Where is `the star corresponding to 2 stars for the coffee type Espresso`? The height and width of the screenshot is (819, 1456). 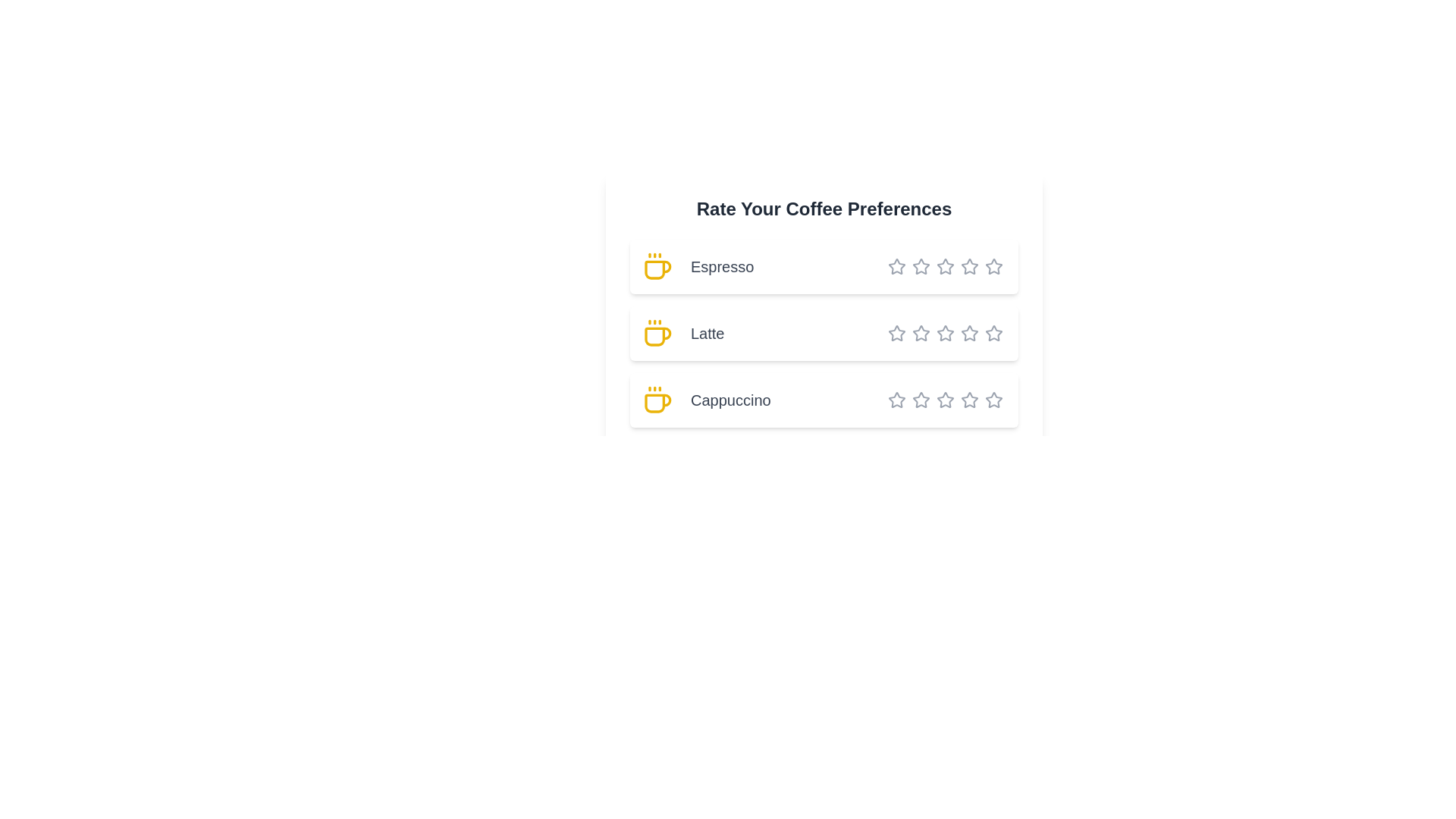
the star corresponding to 2 stars for the coffee type Espresso is located at coordinates (912, 265).